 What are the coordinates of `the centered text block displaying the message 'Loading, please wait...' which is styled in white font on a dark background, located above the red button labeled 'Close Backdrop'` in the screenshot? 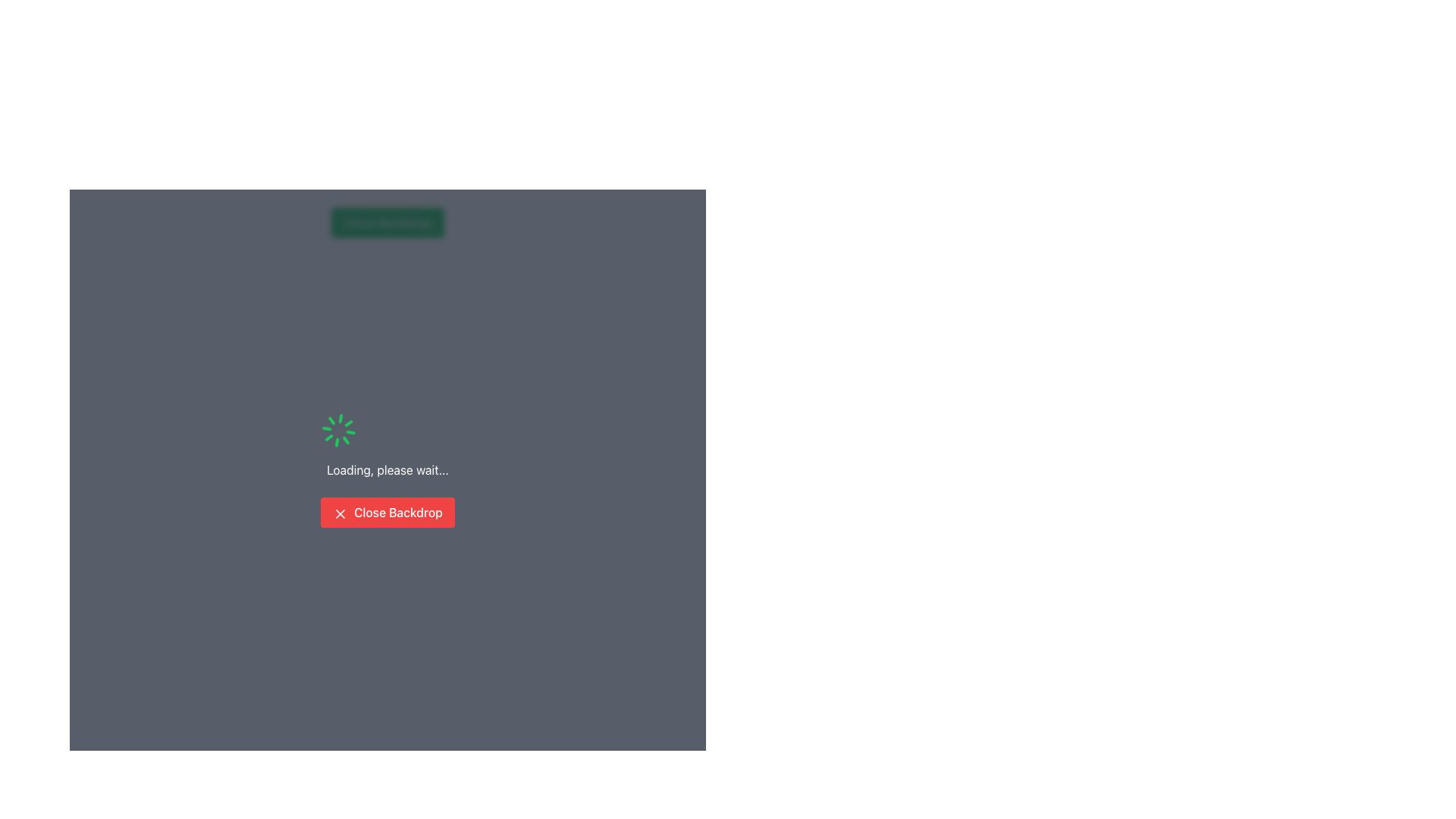 It's located at (388, 469).